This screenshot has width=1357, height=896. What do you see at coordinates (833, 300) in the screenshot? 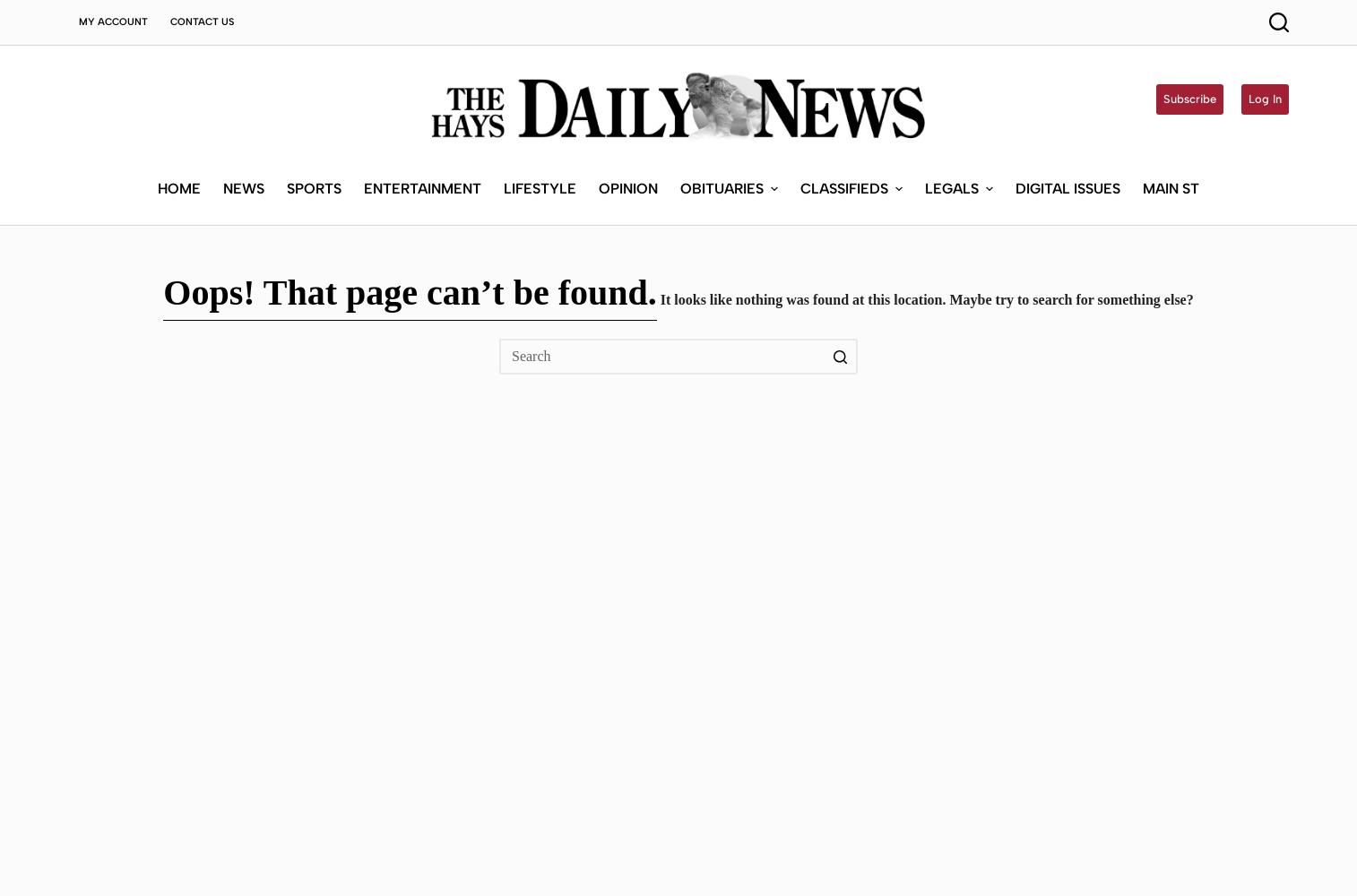
I see `'Job Board'` at bounding box center [833, 300].